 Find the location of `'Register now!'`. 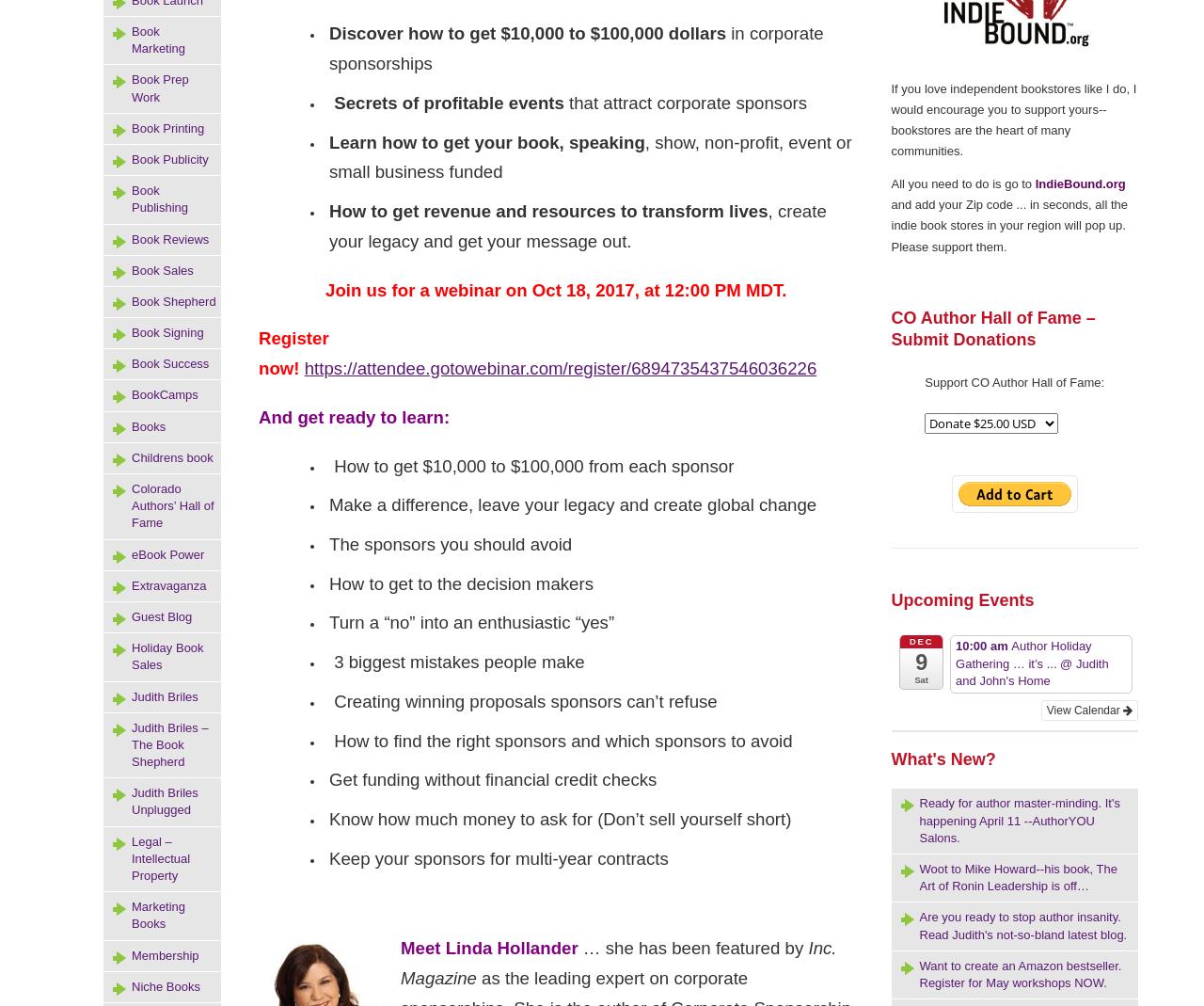

'Register now!' is located at coordinates (292, 353).